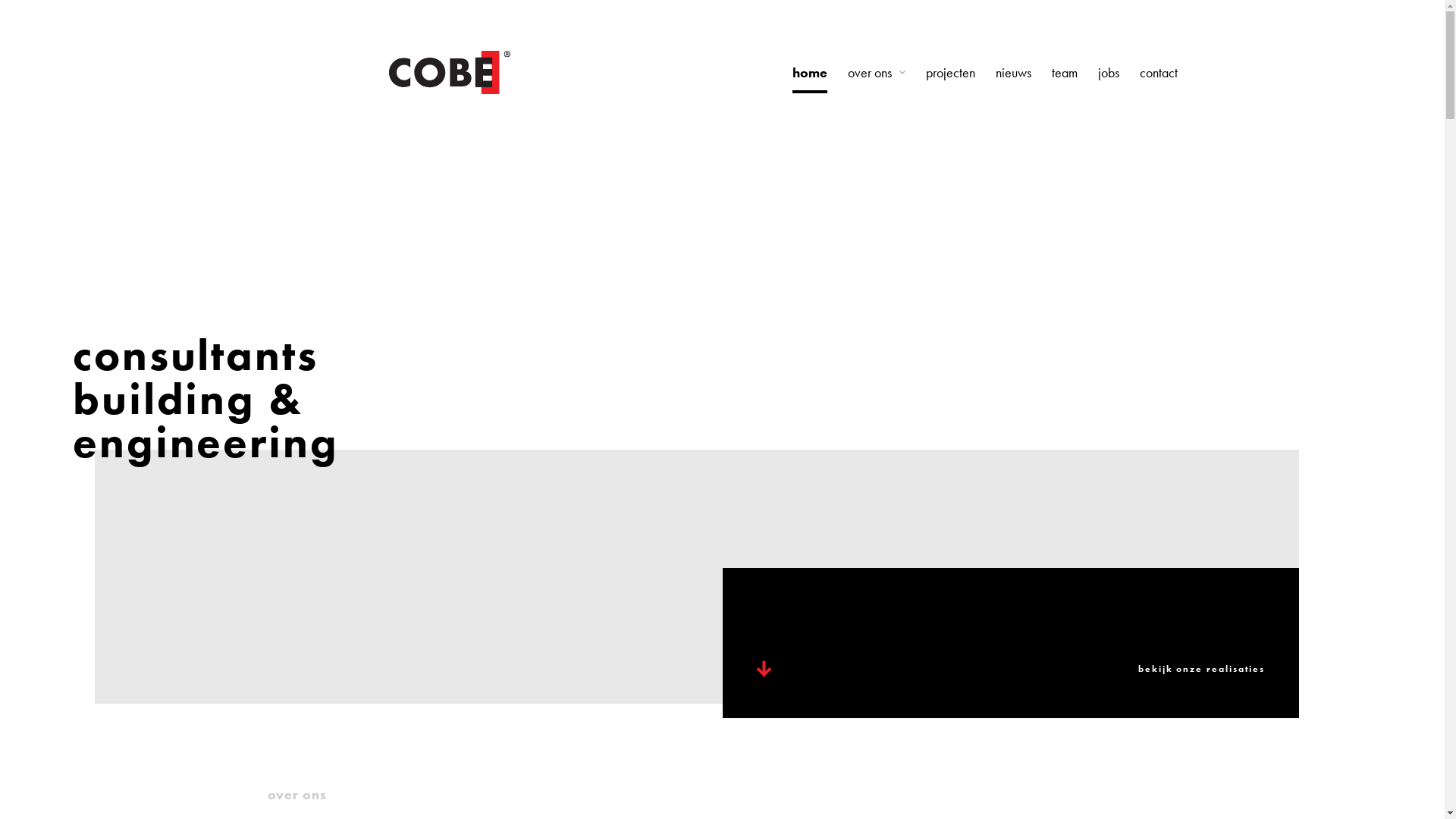  What do you see at coordinates (1109, 73) in the screenshot?
I see `'jobs'` at bounding box center [1109, 73].